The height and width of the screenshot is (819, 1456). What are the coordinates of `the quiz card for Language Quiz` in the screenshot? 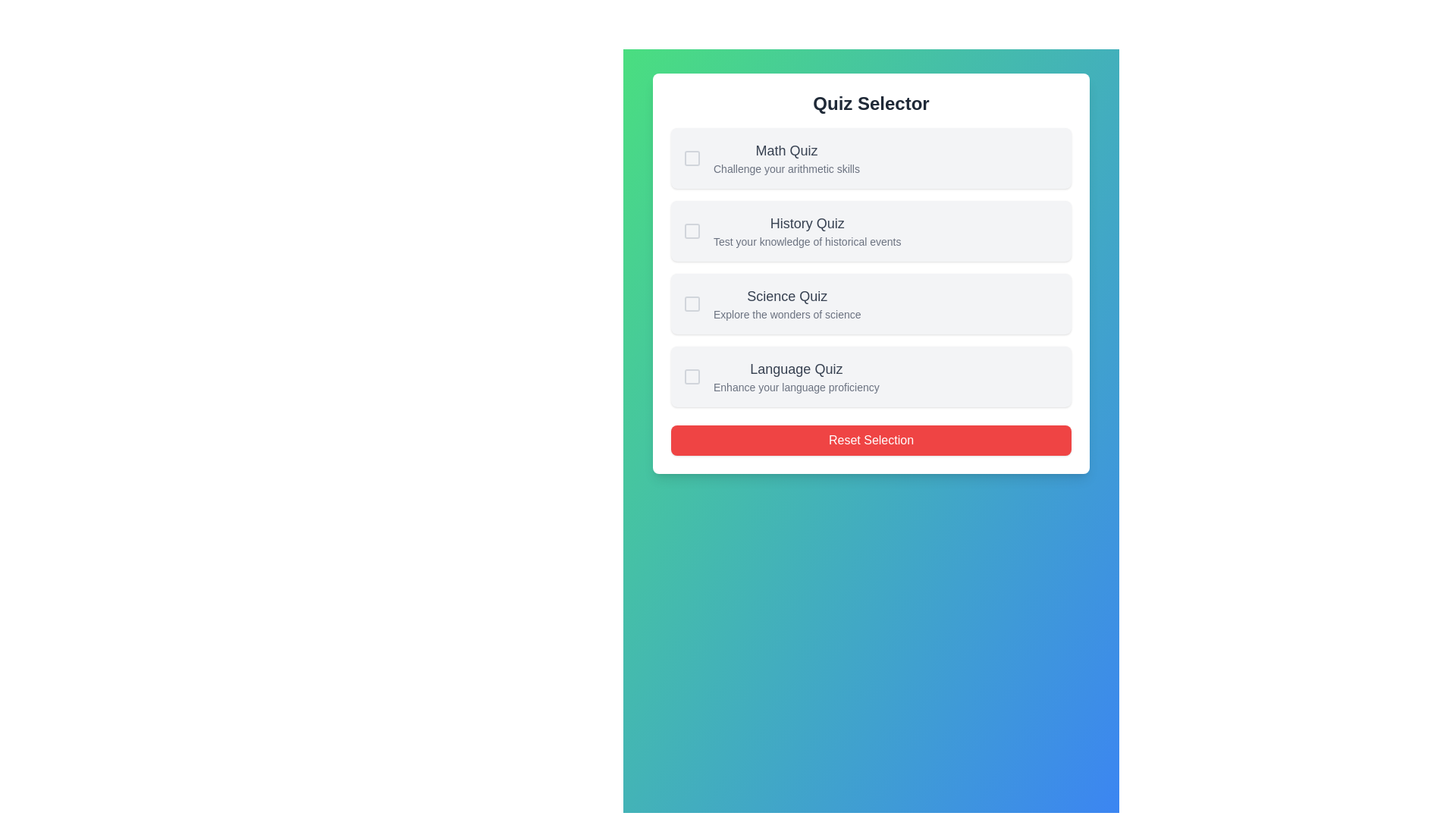 It's located at (871, 376).